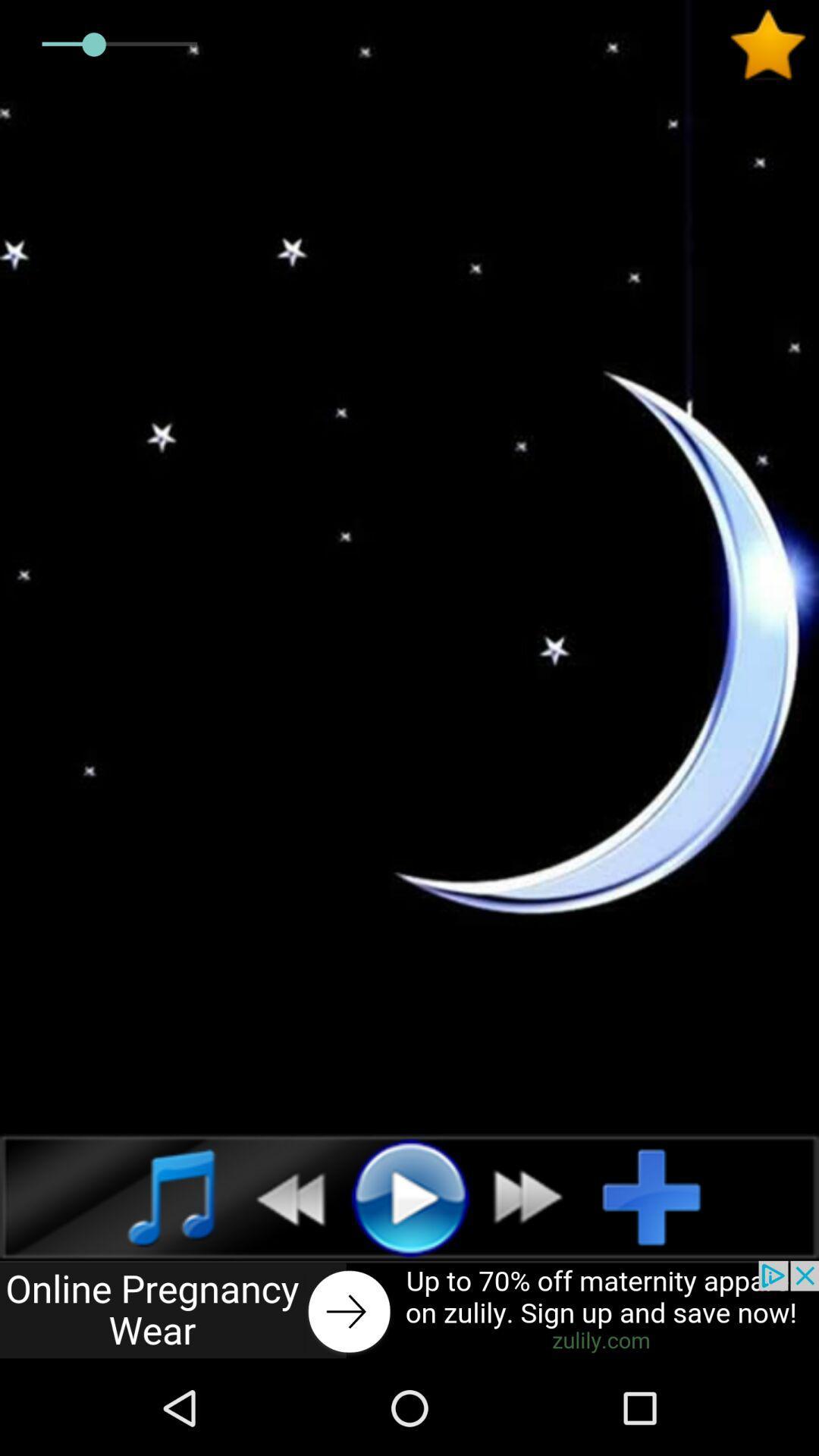  What do you see at coordinates (663, 1196) in the screenshot?
I see `selection` at bounding box center [663, 1196].